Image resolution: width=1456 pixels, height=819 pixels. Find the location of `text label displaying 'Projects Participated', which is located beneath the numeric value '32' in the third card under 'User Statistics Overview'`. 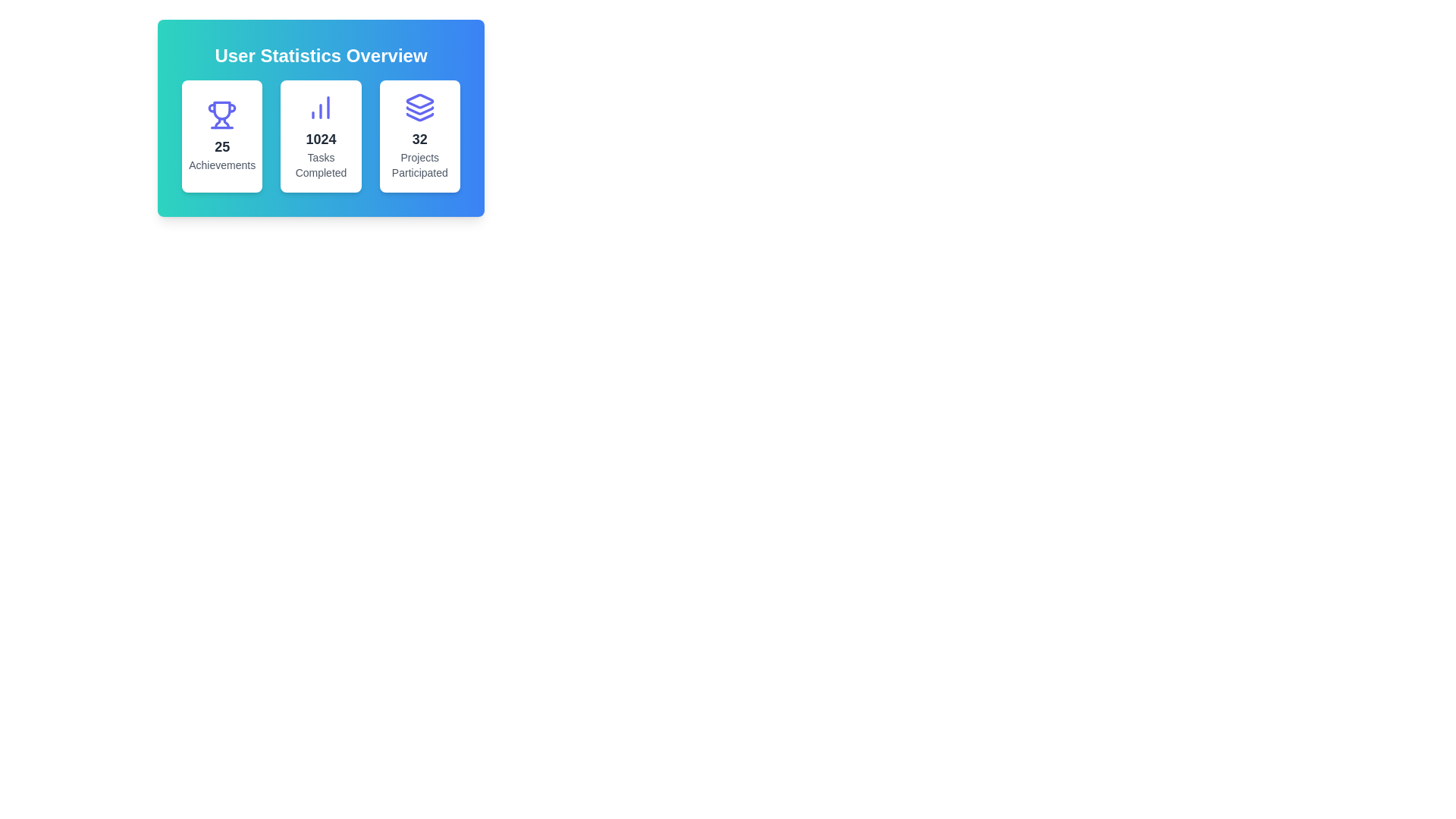

text label displaying 'Projects Participated', which is located beneath the numeric value '32' in the third card under 'User Statistics Overview' is located at coordinates (419, 165).